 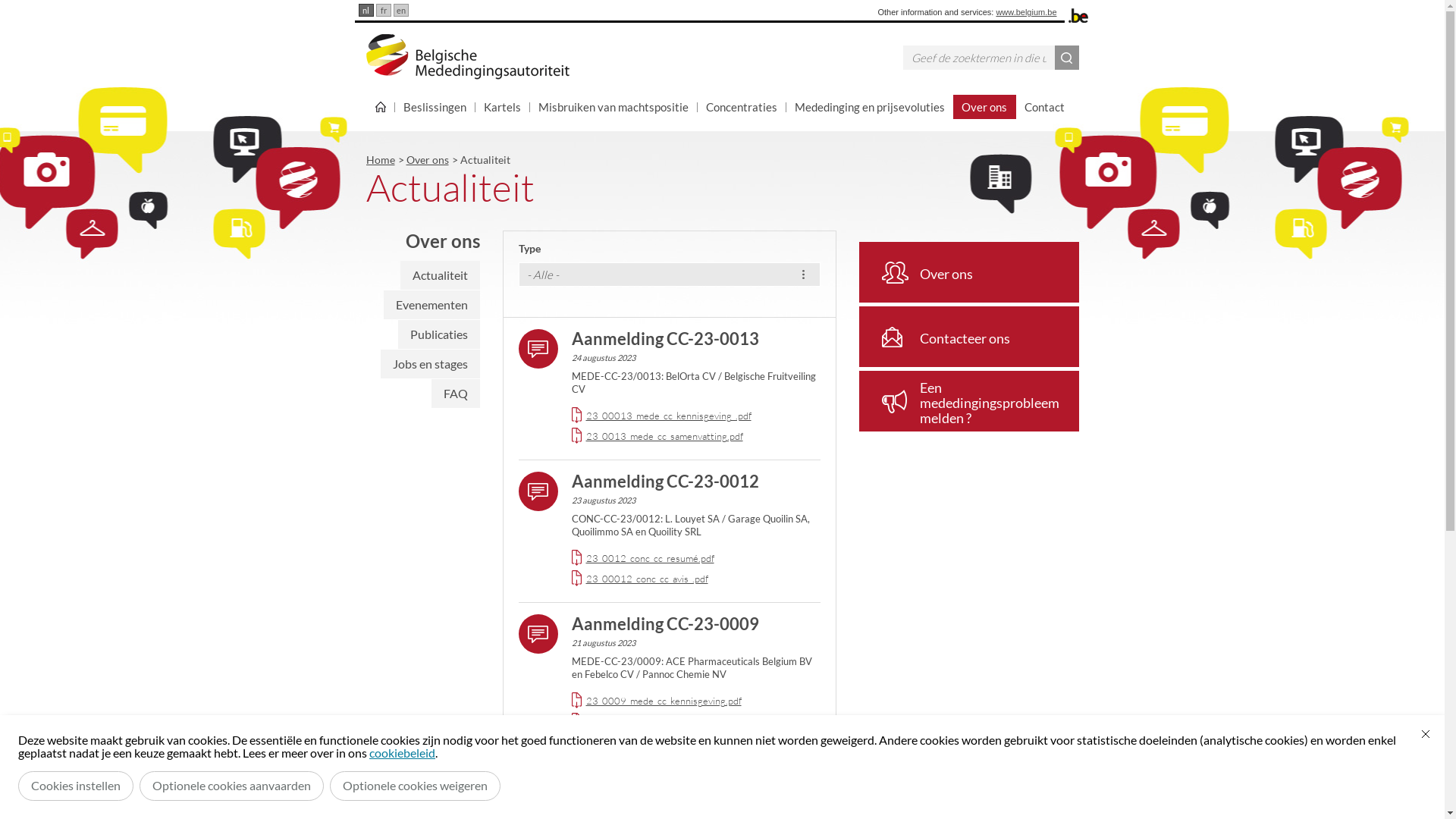 What do you see at coordinates (967, 400) in the screenshot?
I see `'Een mededingingsprobleem melden ?'` at bounding box center [967, 400].